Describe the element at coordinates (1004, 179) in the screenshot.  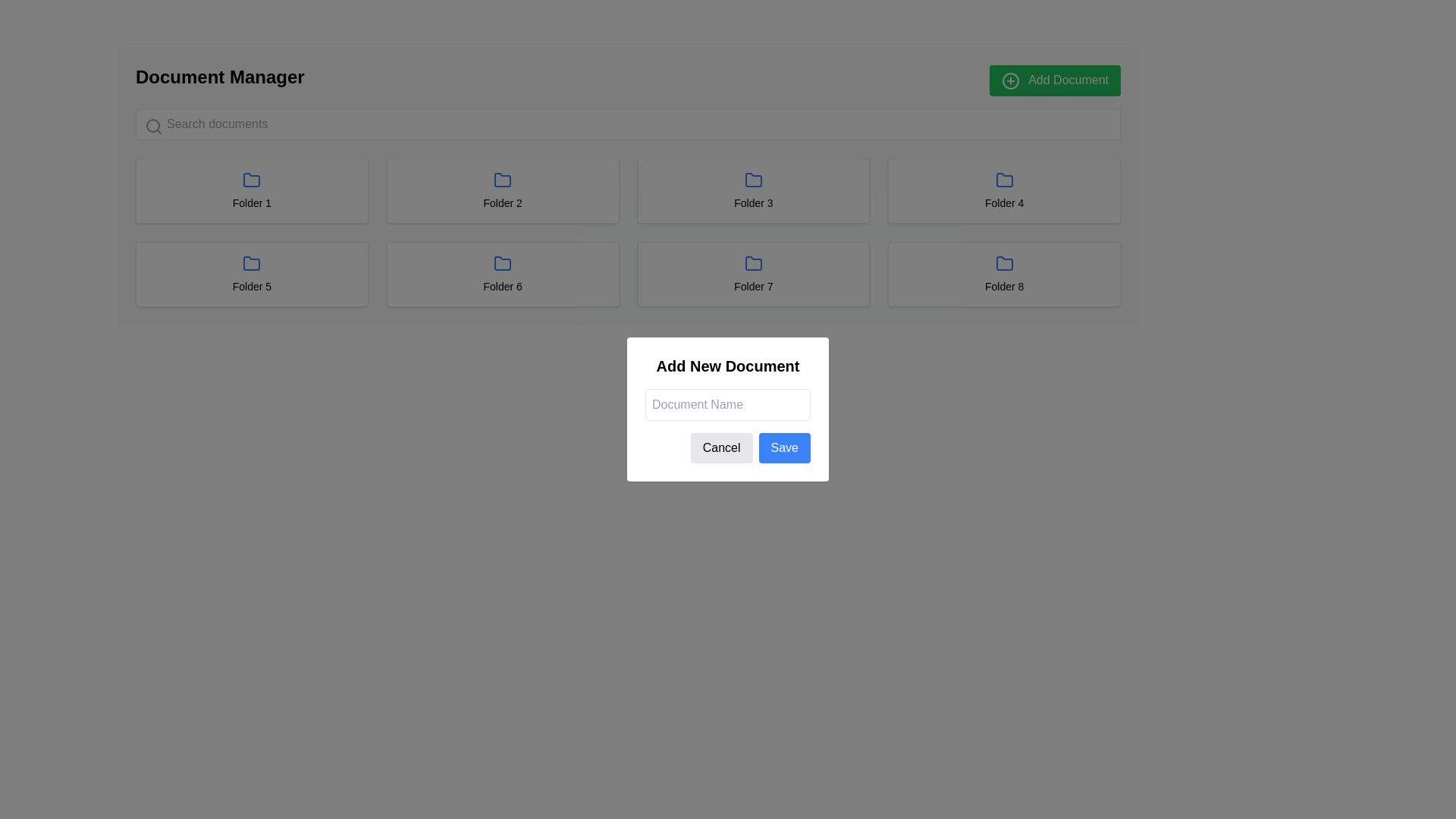
I see `the folder icon with a blue outline above the text label 'Folder 4'` at that location.